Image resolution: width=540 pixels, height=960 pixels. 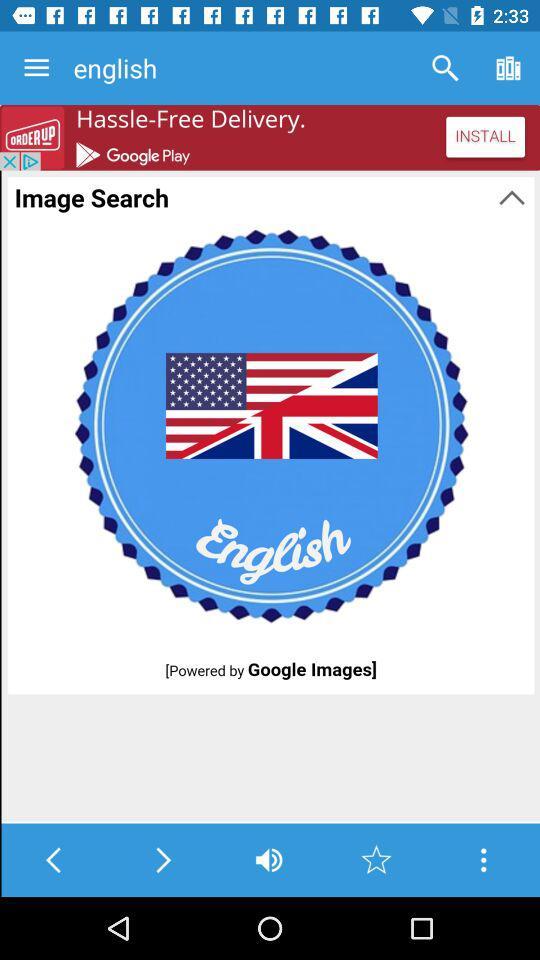 I want to click on set page as favorite, so click(x=376, y=859).